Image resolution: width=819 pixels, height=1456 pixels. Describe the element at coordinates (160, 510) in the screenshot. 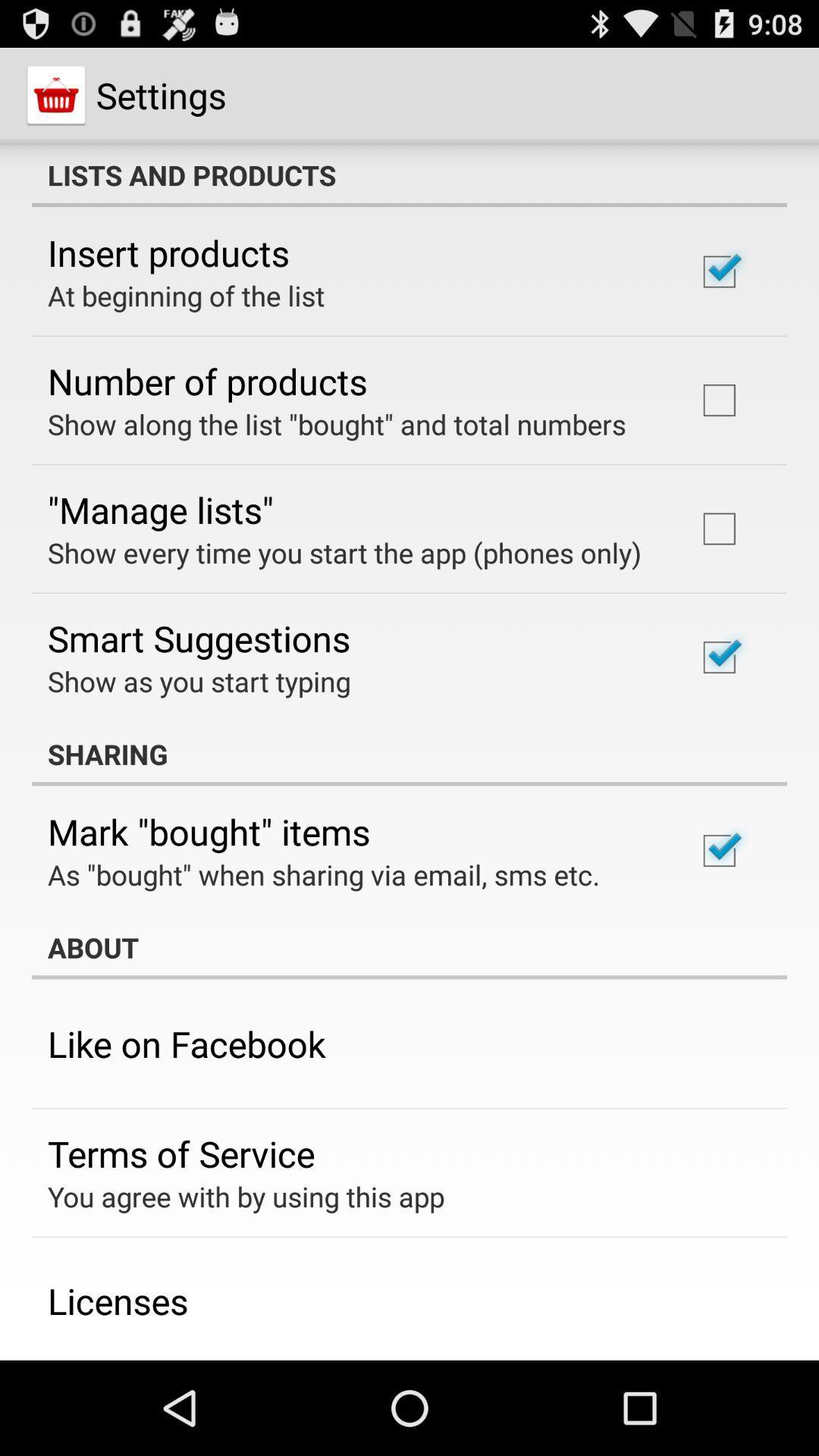

I see `the "manage lists"` at that location.